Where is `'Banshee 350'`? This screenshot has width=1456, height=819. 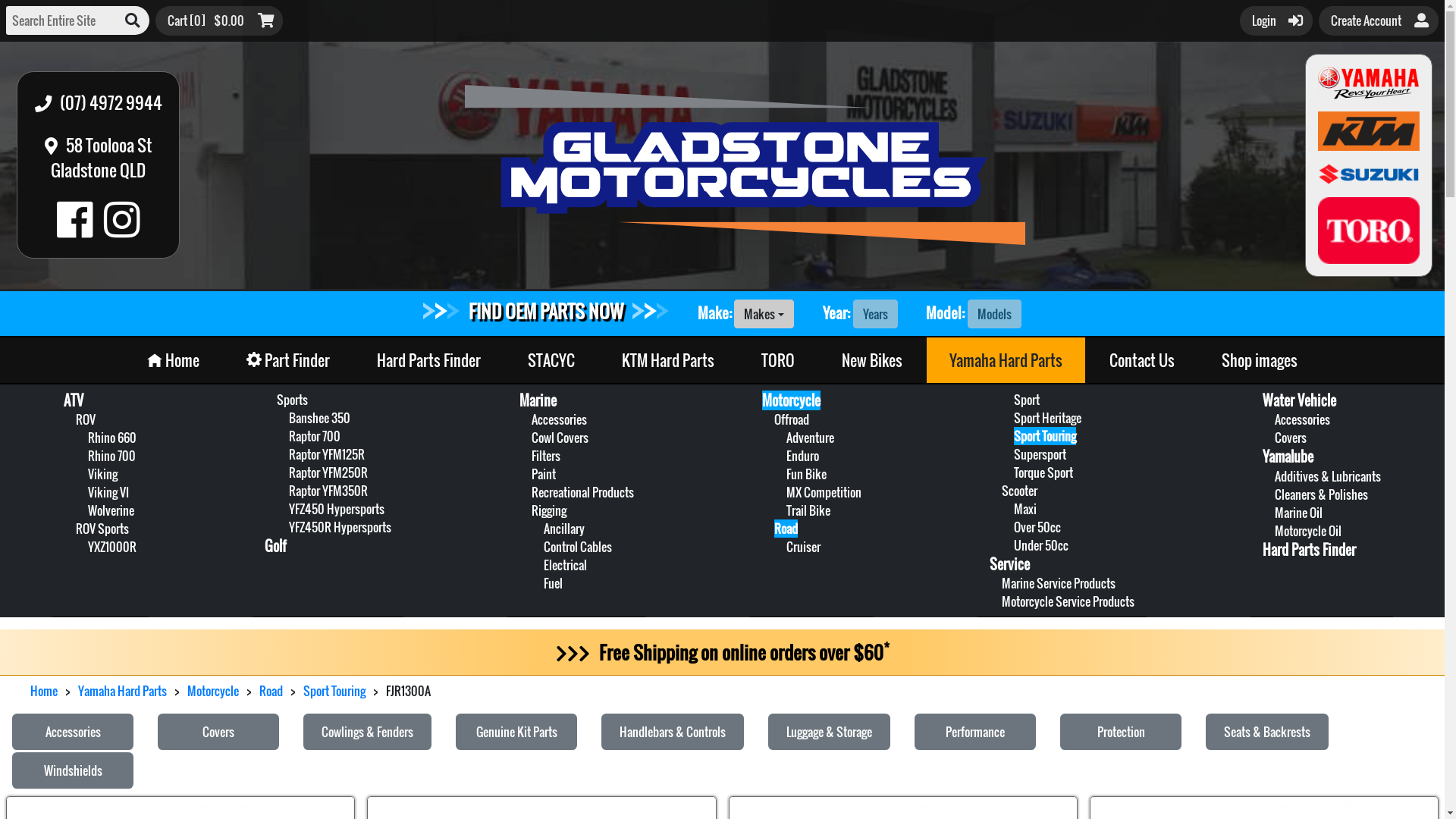 'Banshee 350' is located at coordinates (318, 418).